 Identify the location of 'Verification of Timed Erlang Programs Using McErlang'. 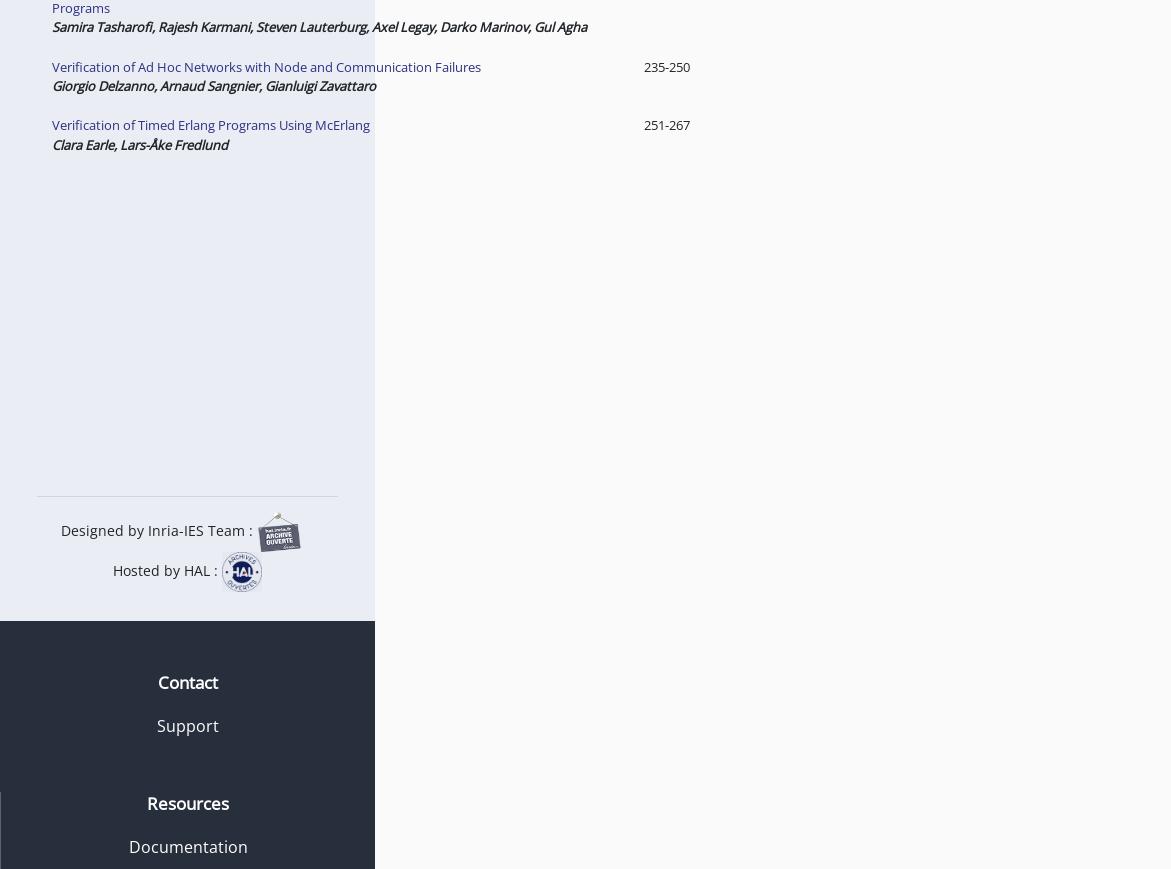
(208, 123).